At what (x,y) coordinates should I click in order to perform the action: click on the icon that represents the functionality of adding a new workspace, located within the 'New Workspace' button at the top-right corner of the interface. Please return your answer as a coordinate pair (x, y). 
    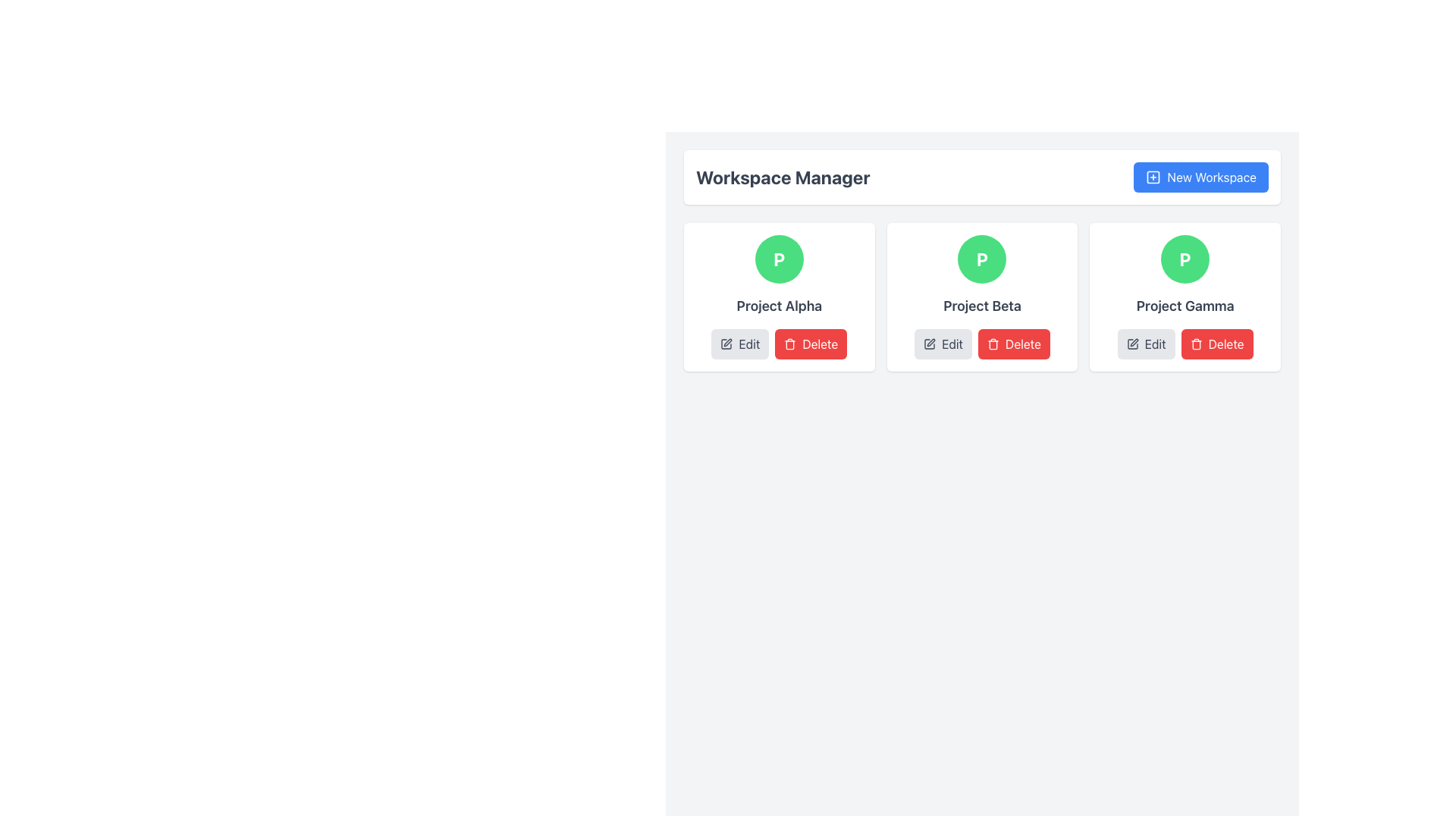
    Looking at the image, I should click on (1153, 177).